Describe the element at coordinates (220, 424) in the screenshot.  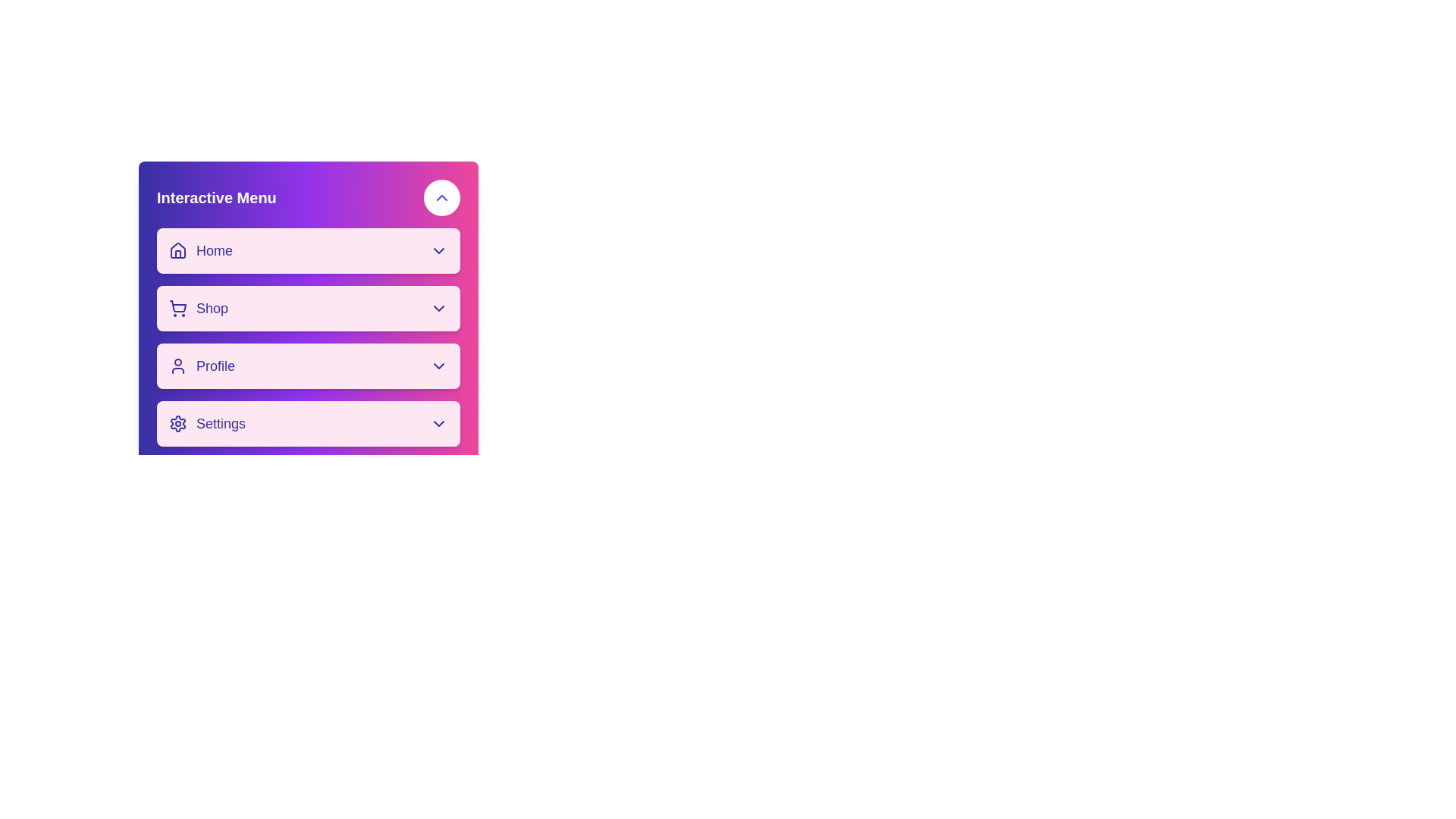
I see `the 'Settings' text label in the bottom section of the vertical interactive menu` at that location.